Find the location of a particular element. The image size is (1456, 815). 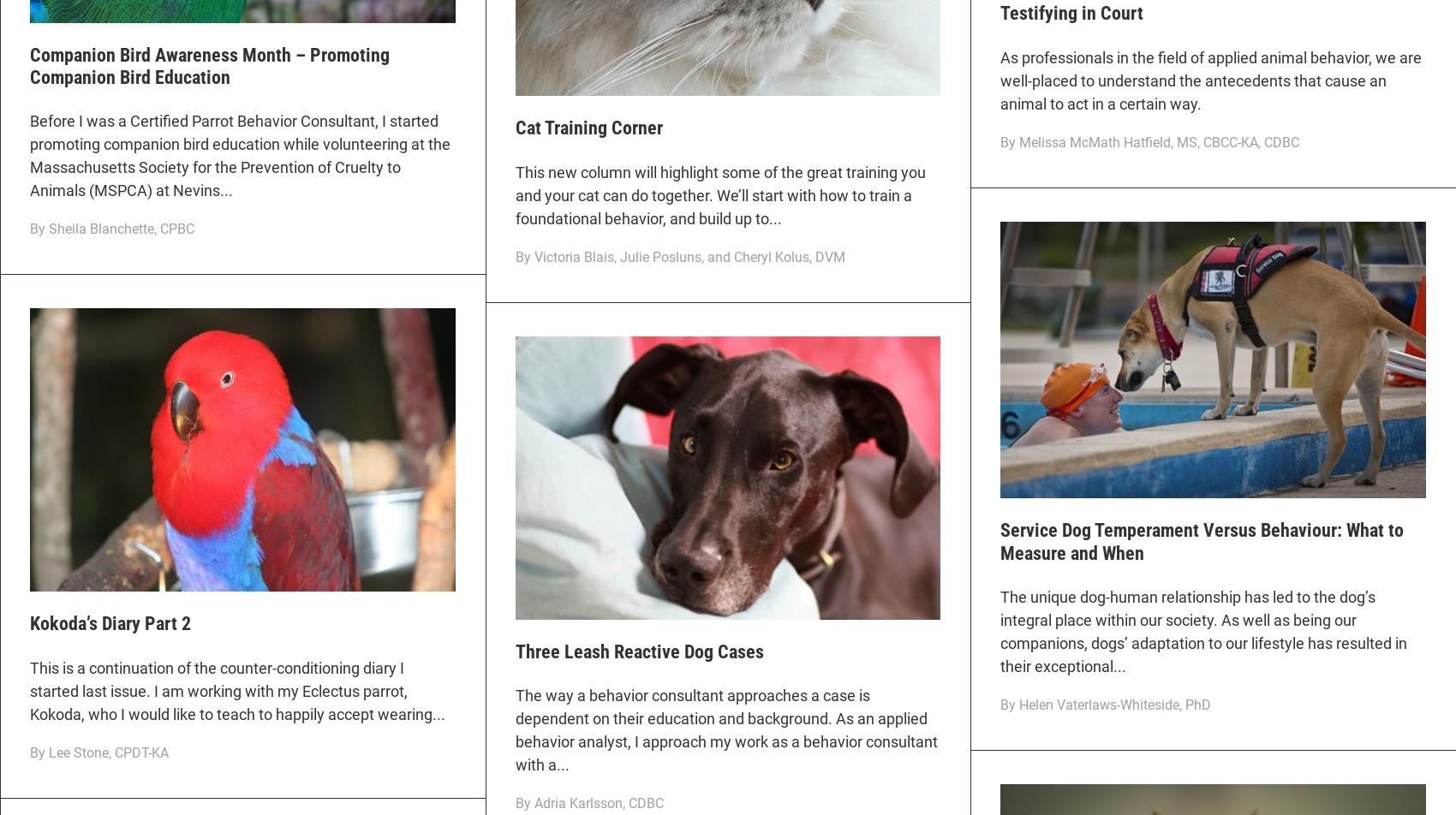

'As professionals in the field of applied animal behavior, we are well-placed to understand the antecedents that cause an animal to act in a certain way.' is located at coordinates (1000, 80).